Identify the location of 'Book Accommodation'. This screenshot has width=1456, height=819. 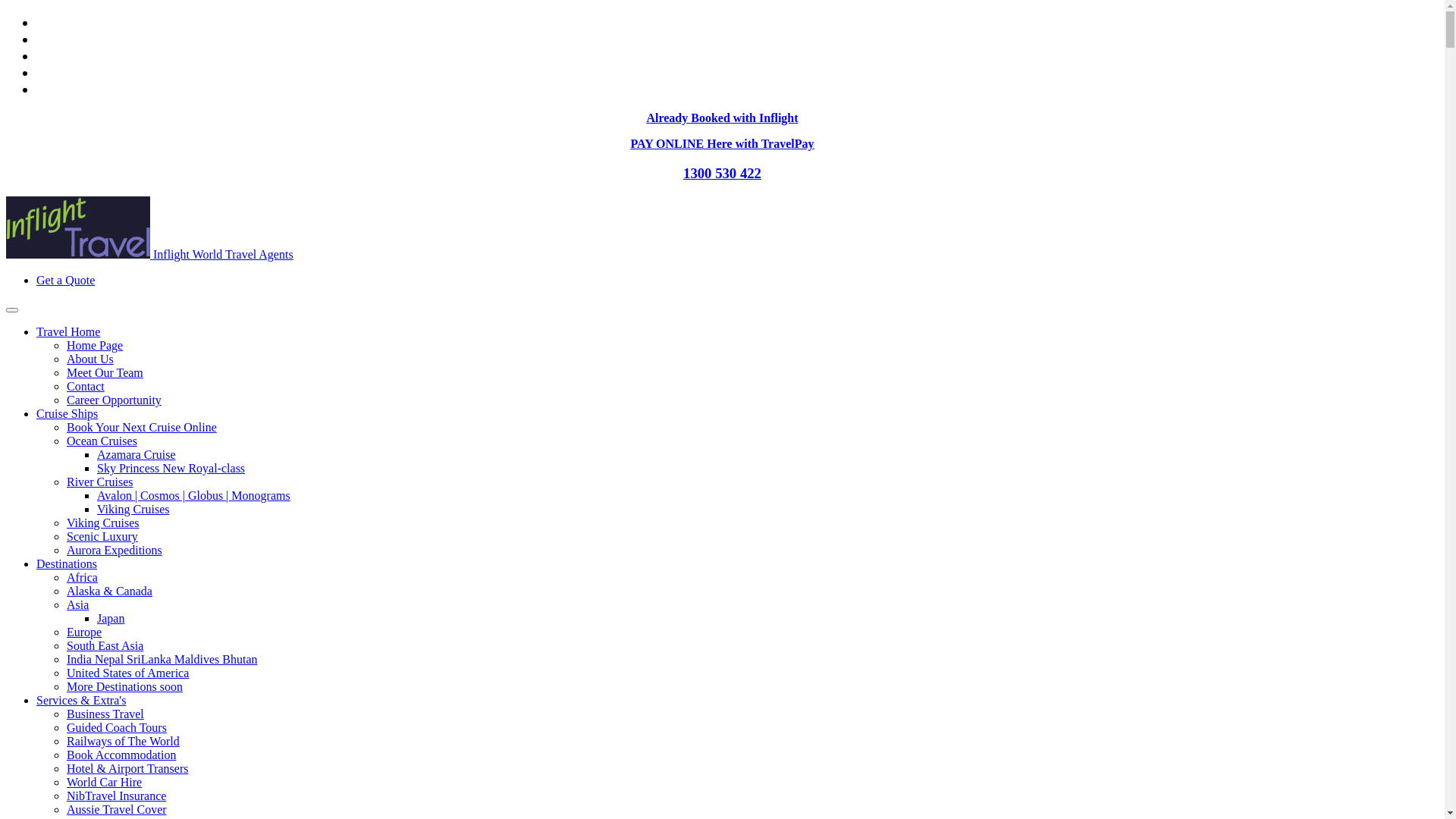
(120, 755).